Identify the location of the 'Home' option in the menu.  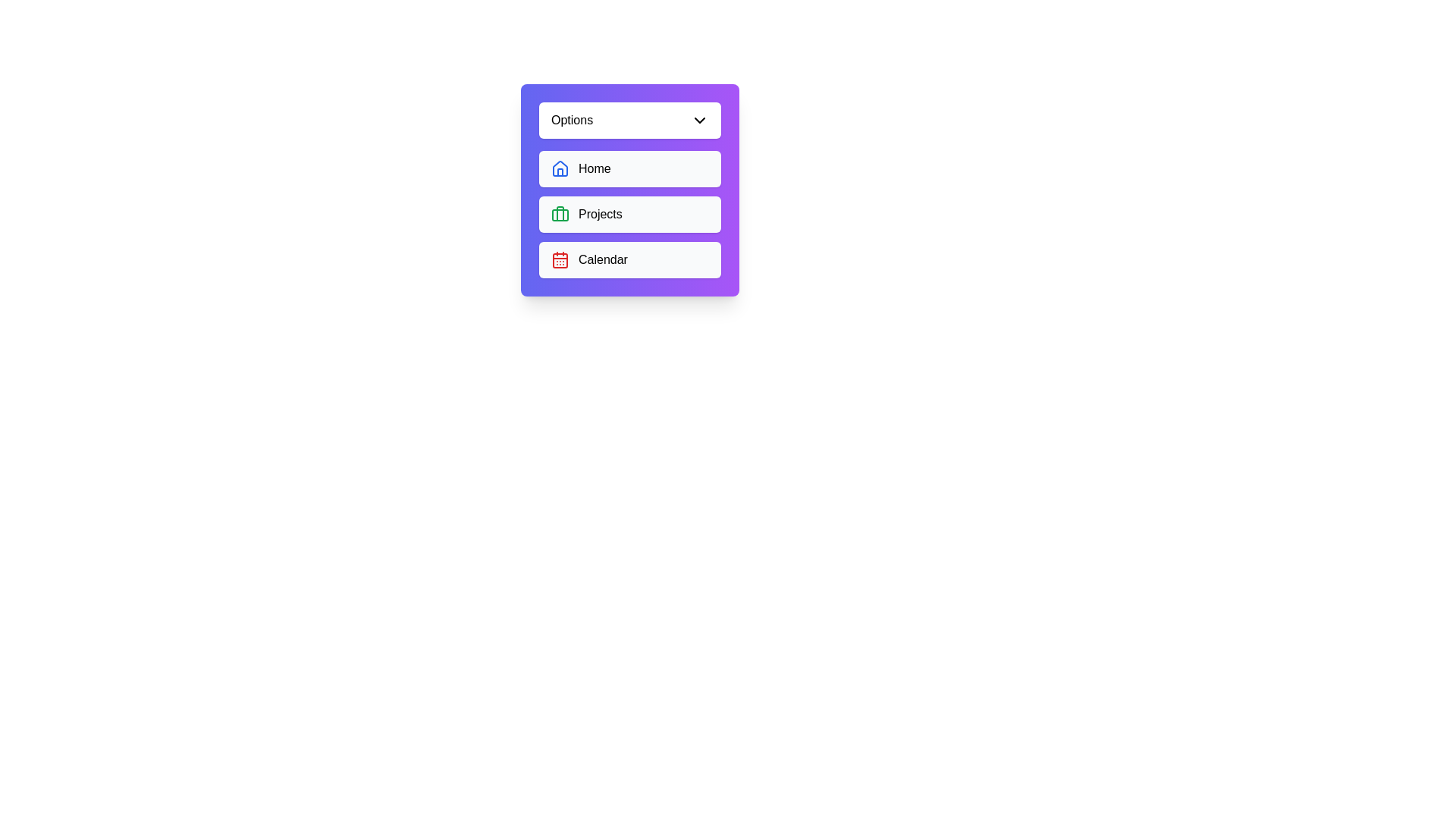
(629, 169).